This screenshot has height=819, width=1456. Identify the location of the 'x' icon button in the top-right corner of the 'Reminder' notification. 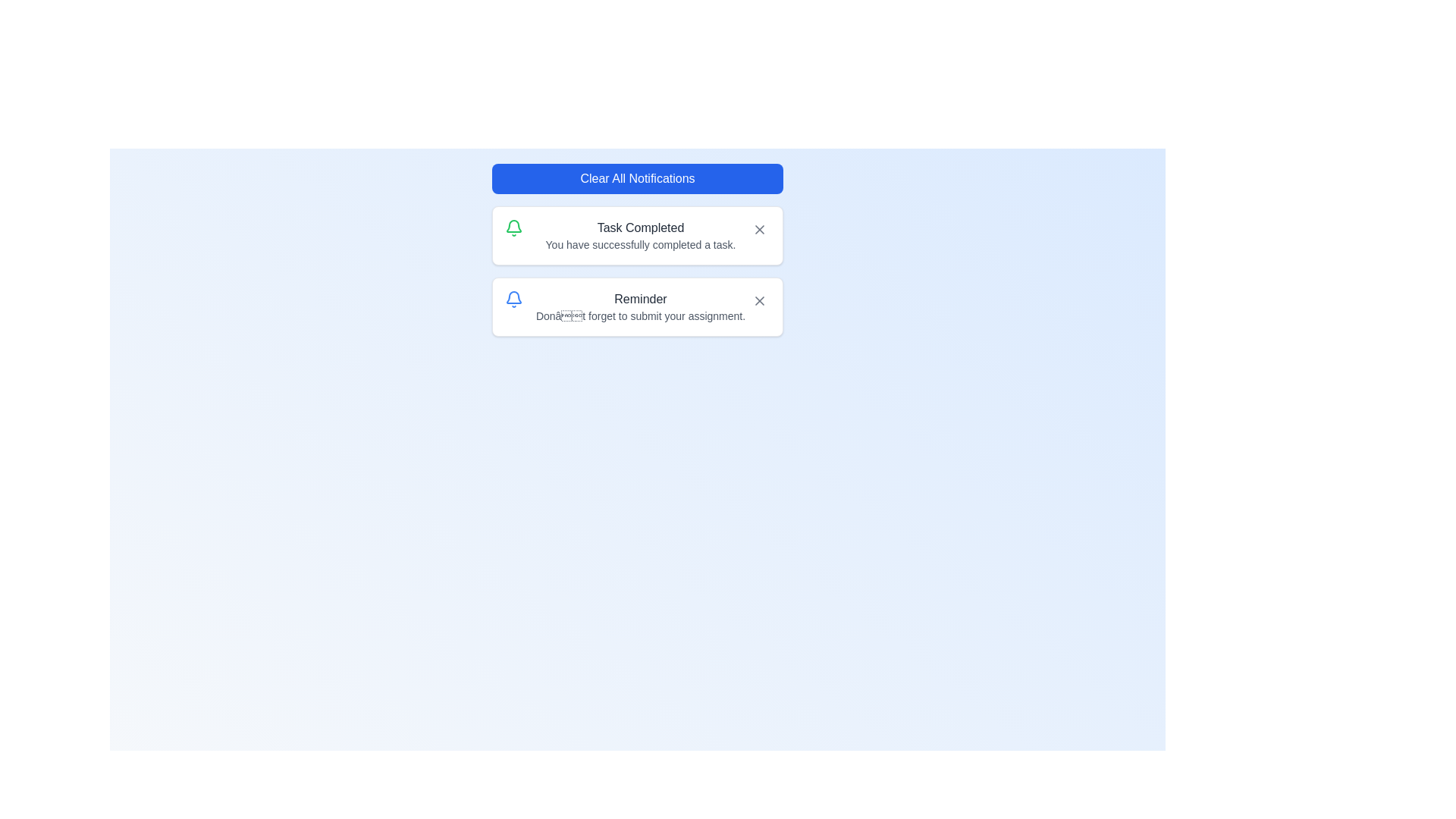
(760, 301).